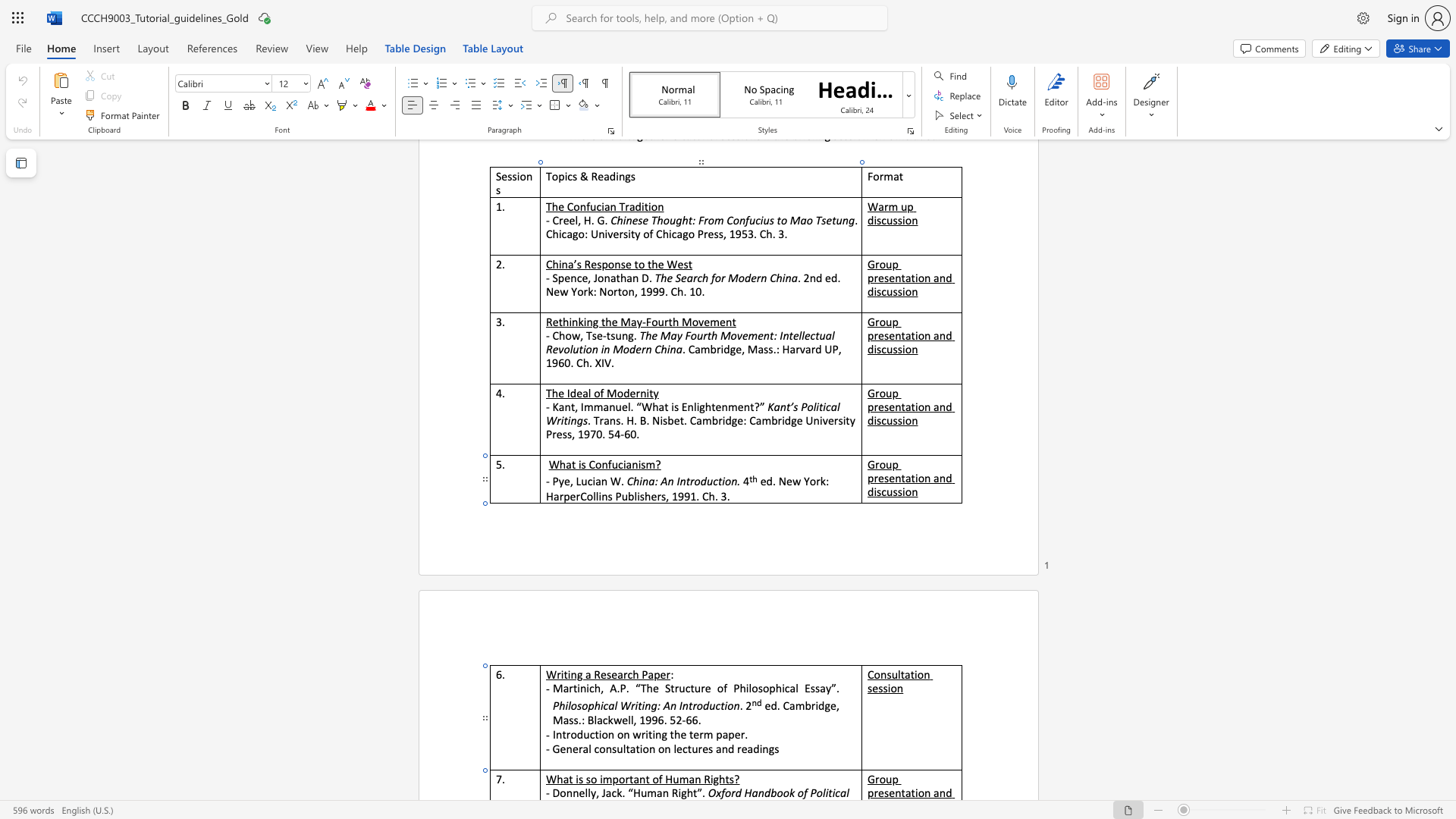  I want to click on the 2th character "a" in the text, so click(843, 792).